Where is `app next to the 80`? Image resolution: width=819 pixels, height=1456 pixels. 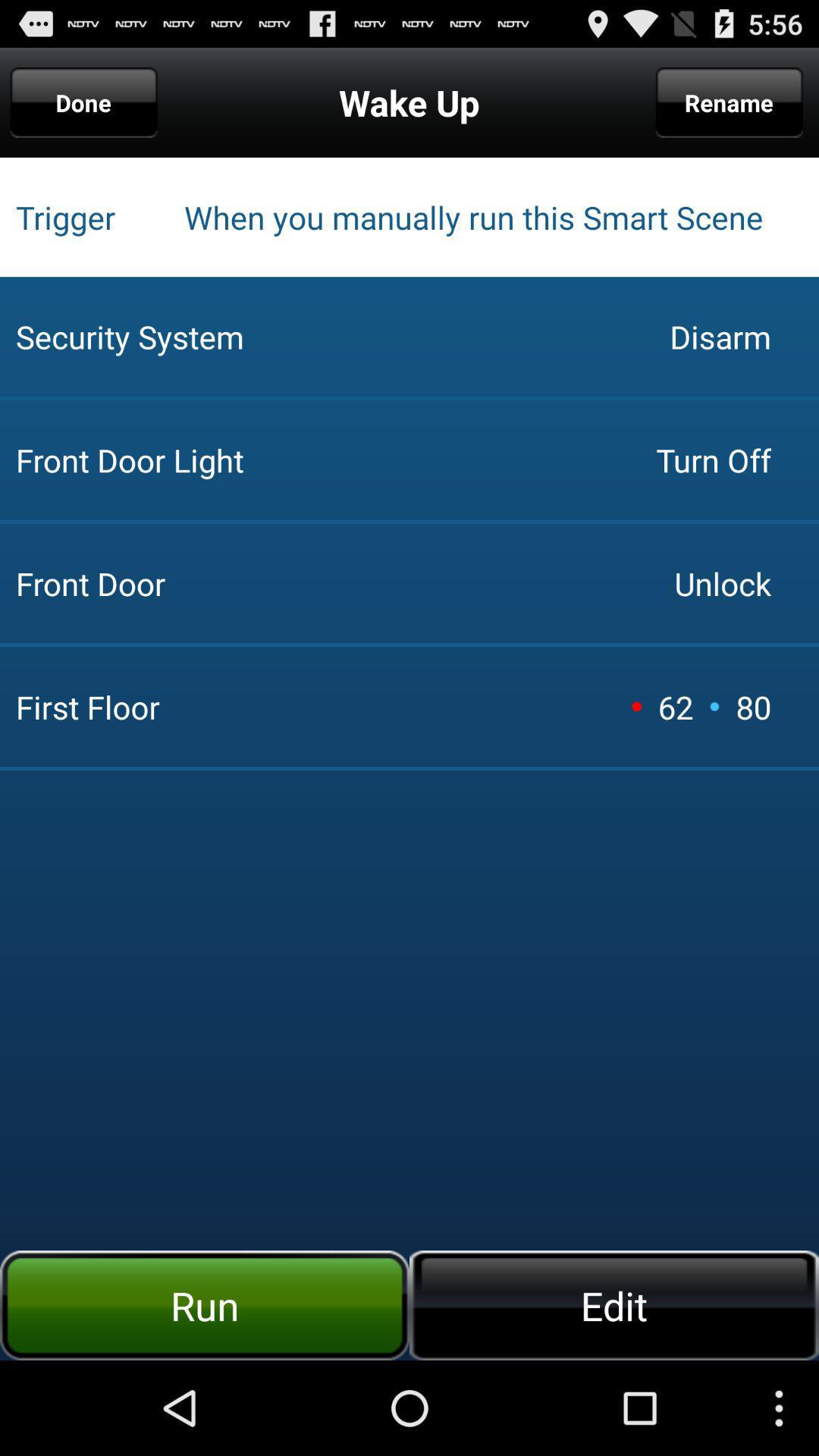 app next to the 80 is located at coordinates (714, 705).